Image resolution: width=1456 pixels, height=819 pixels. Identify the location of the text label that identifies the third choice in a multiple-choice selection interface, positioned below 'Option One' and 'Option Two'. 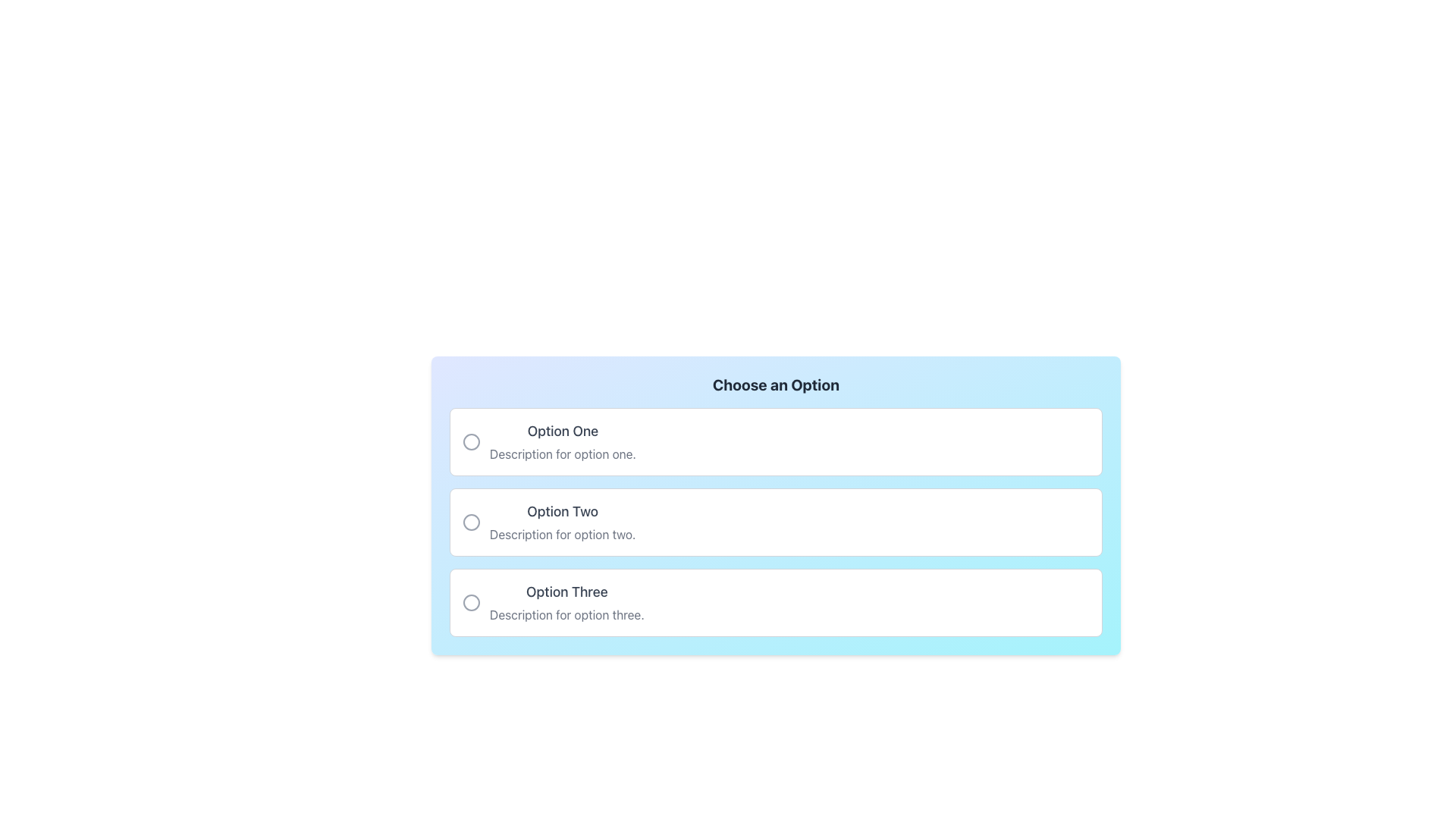
(566, 591).